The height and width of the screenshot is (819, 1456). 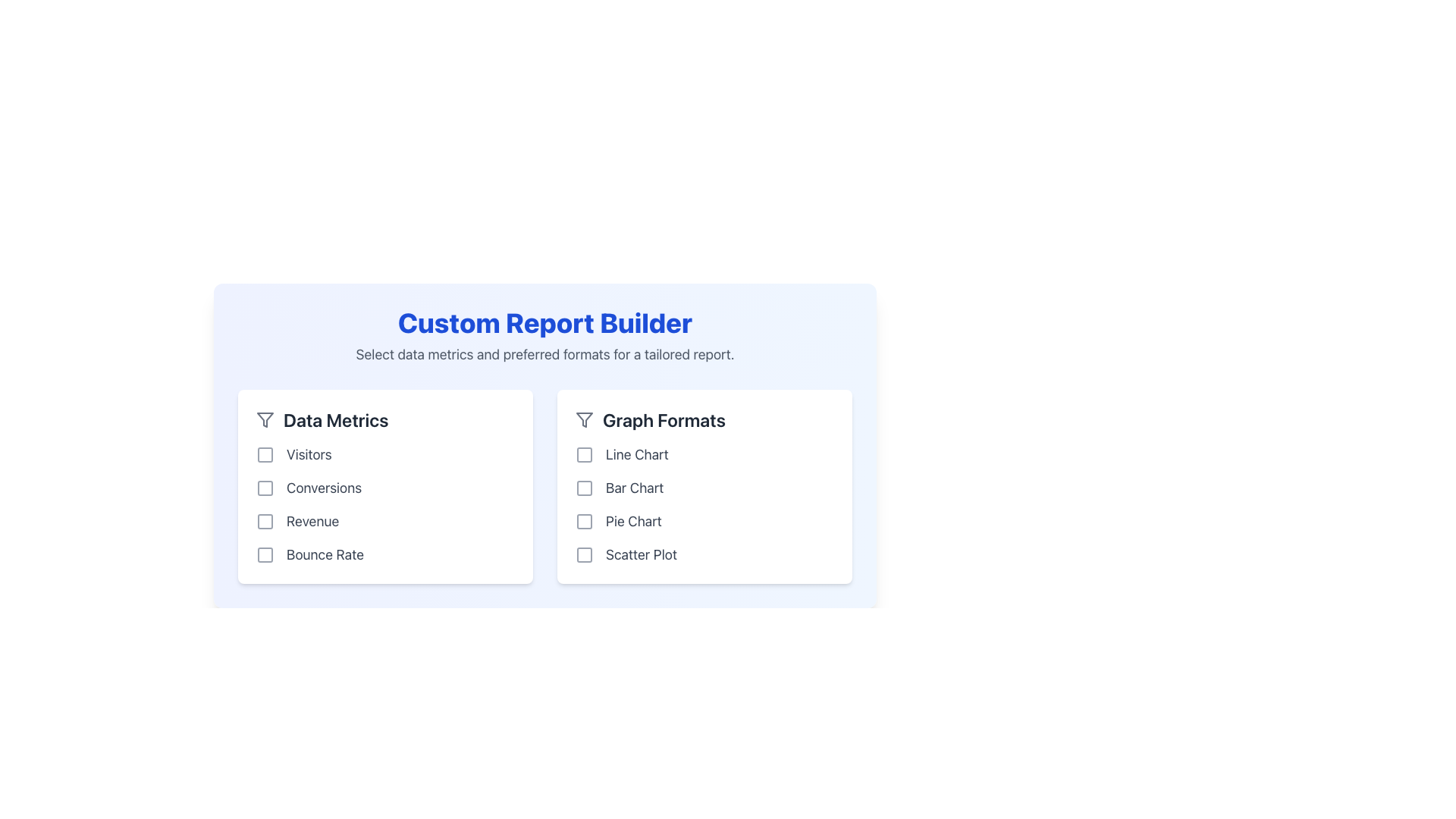 I want to click on the checkbox icon located next to the 'Bounce Rate' label, so click(x=265, y=555).